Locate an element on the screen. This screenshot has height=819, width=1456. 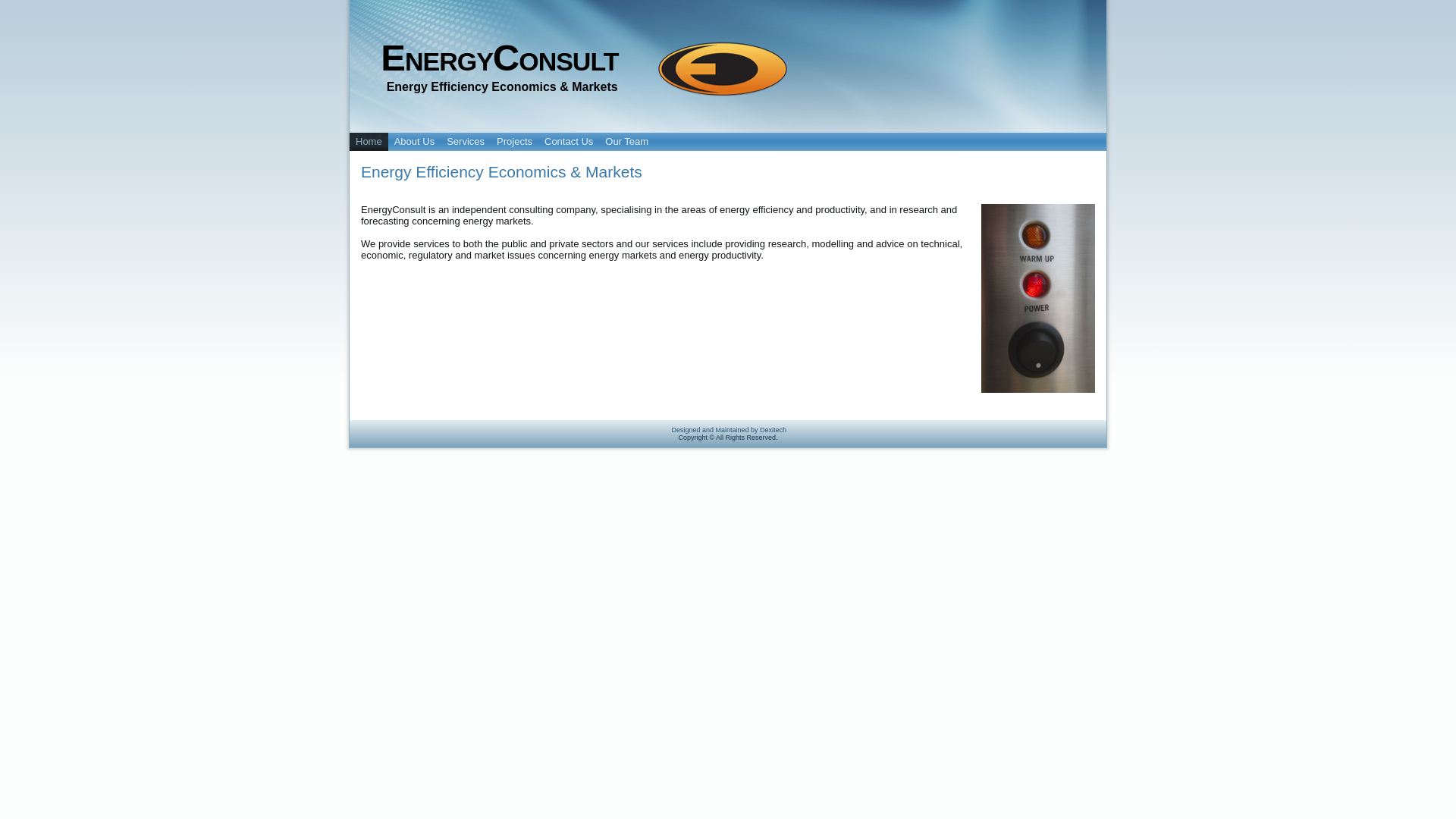
'EnergyConsult' is located at coordinates (499, 57).